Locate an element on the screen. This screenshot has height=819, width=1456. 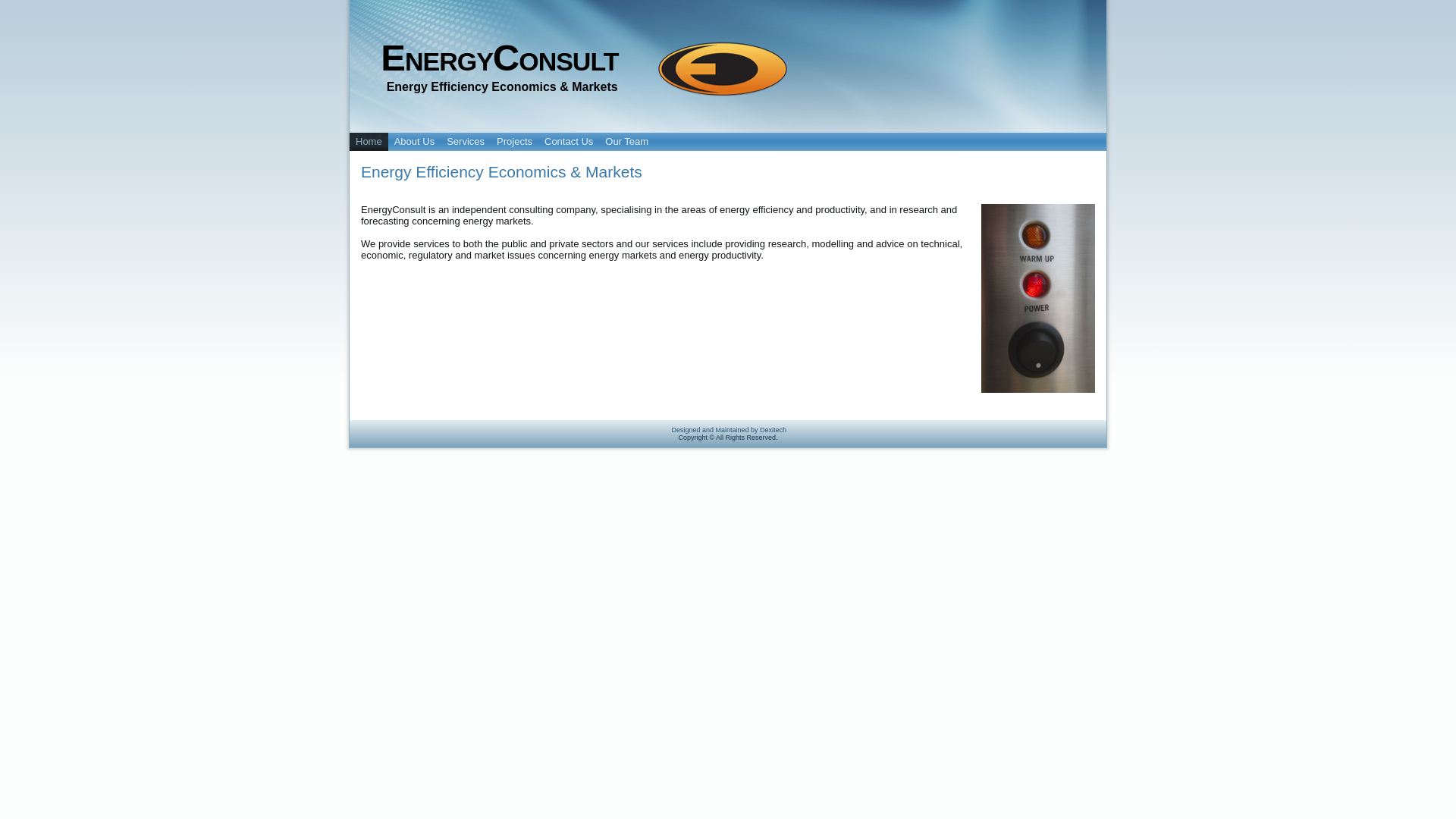
'EnergyConsult' is located at coordinates (499, 57).